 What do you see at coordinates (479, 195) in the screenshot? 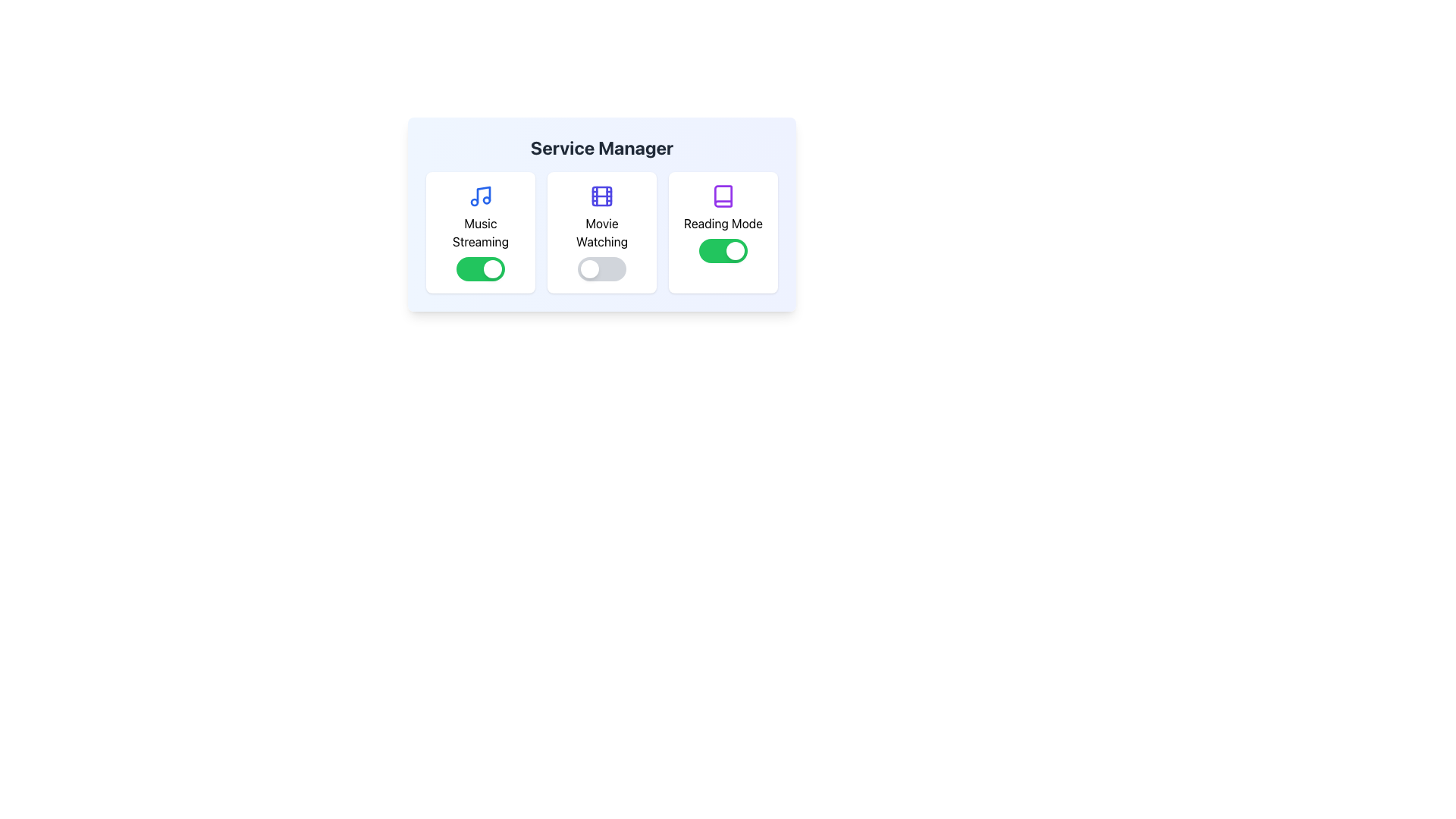
I see `the blue music note icon located at the top center of the 'Music Streaming' section within the 'Service Manager' interface` at bounding box center [479, 195].